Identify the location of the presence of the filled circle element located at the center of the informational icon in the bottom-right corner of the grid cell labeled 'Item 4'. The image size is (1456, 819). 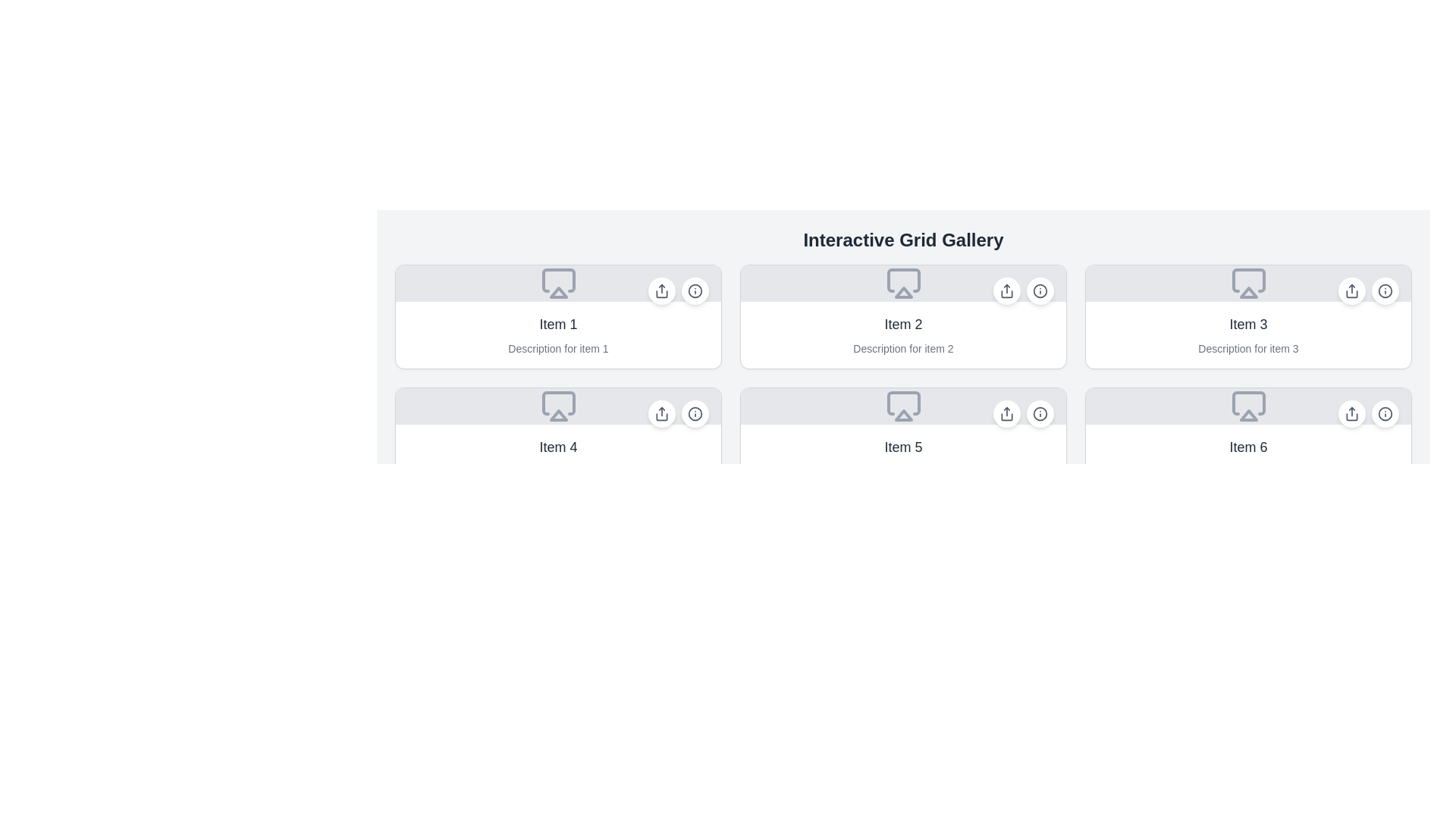
(694, 414).